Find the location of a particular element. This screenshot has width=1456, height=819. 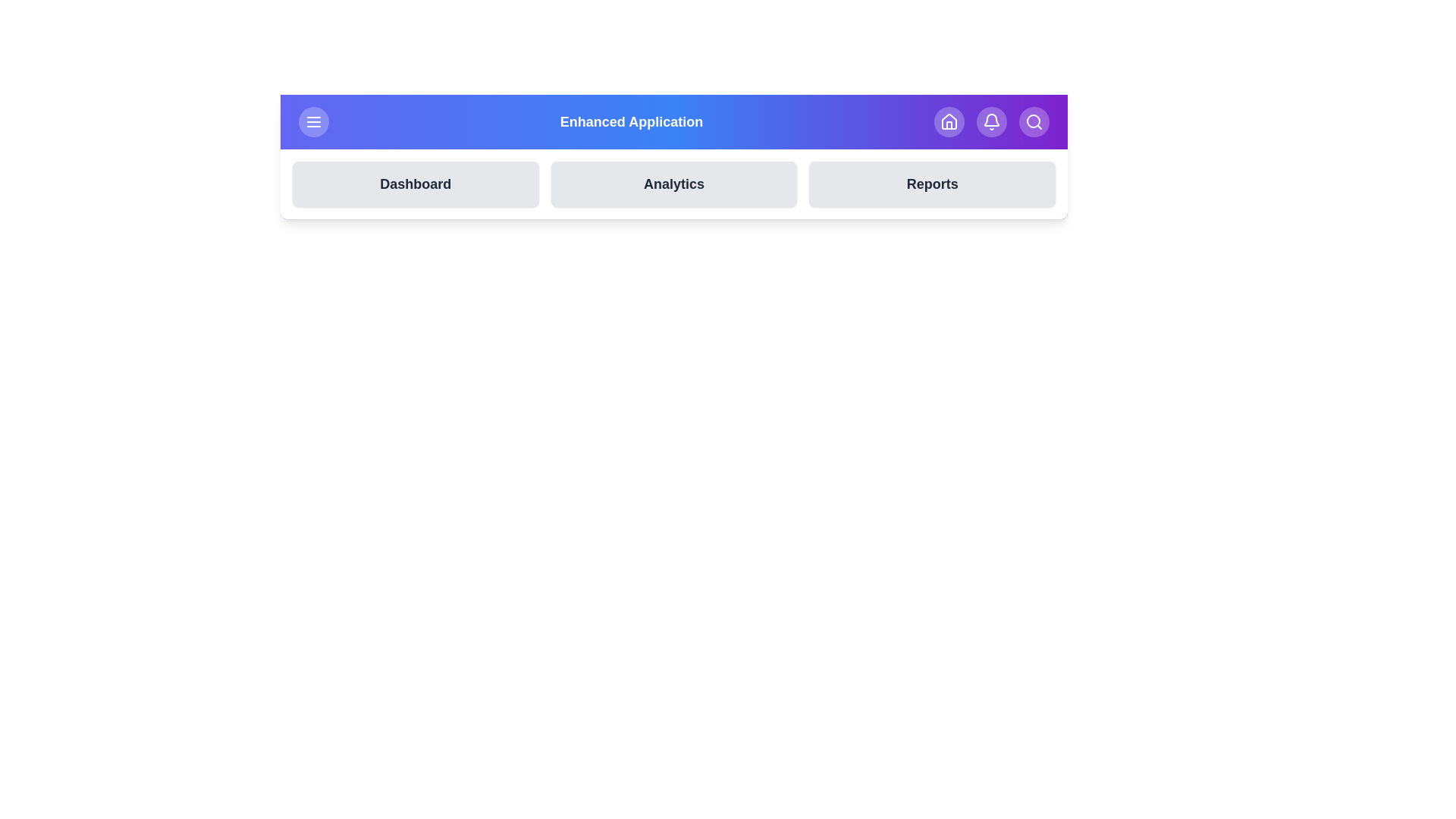

the button labeled Home to observe the visual feedback is located at coordinates (949, 121).